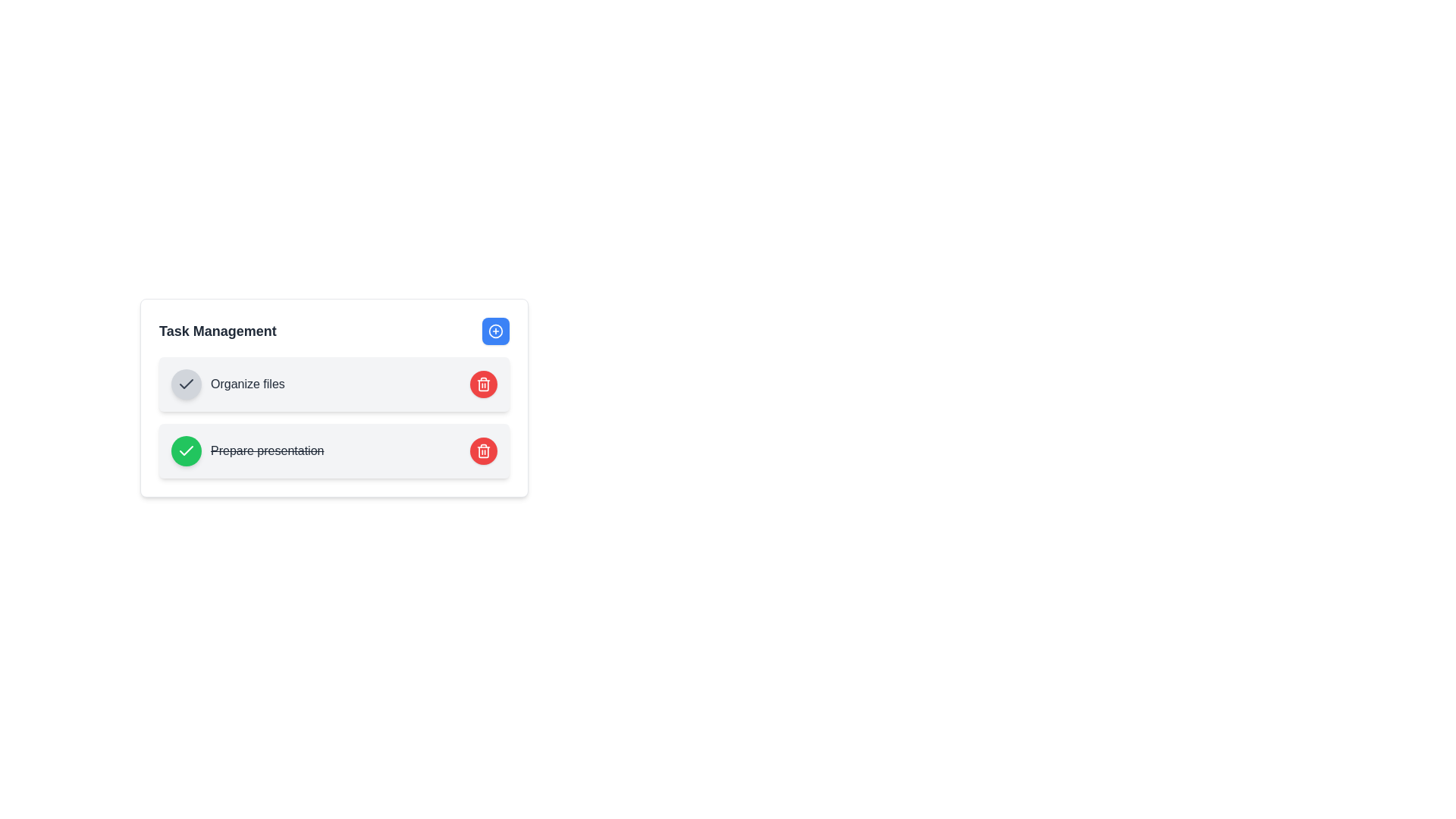  What do you see at coordinates (267, 450) in the screenshot?
I see `the completed task title text, which has a line-through styling, indicating its completion status, positioned between a green checkmark icon and a red trash icon` at bounding box center [267, 450].